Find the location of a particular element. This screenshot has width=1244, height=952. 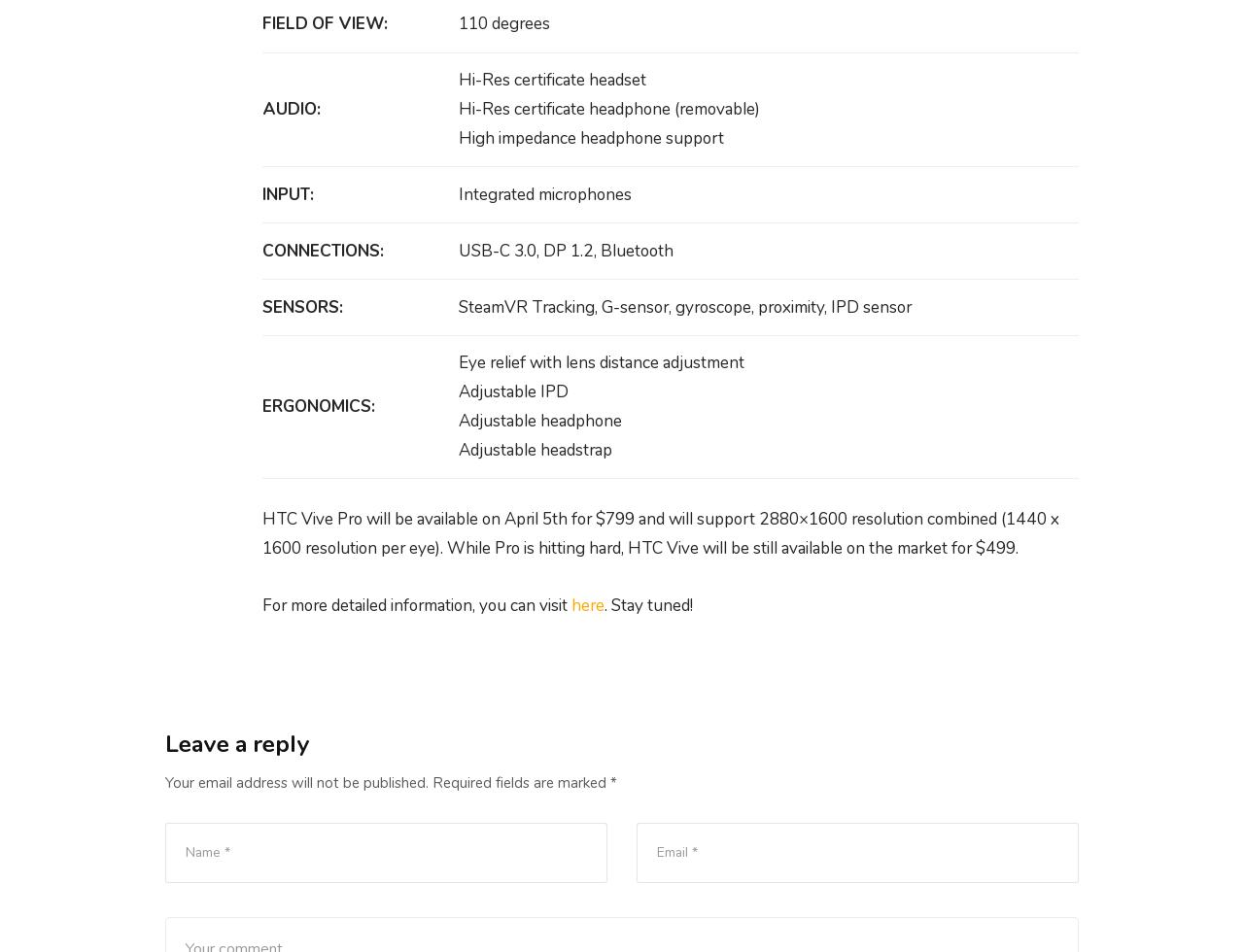

'Hi-Res certificate headphone (removable)' is located at coordinates (607, 108).